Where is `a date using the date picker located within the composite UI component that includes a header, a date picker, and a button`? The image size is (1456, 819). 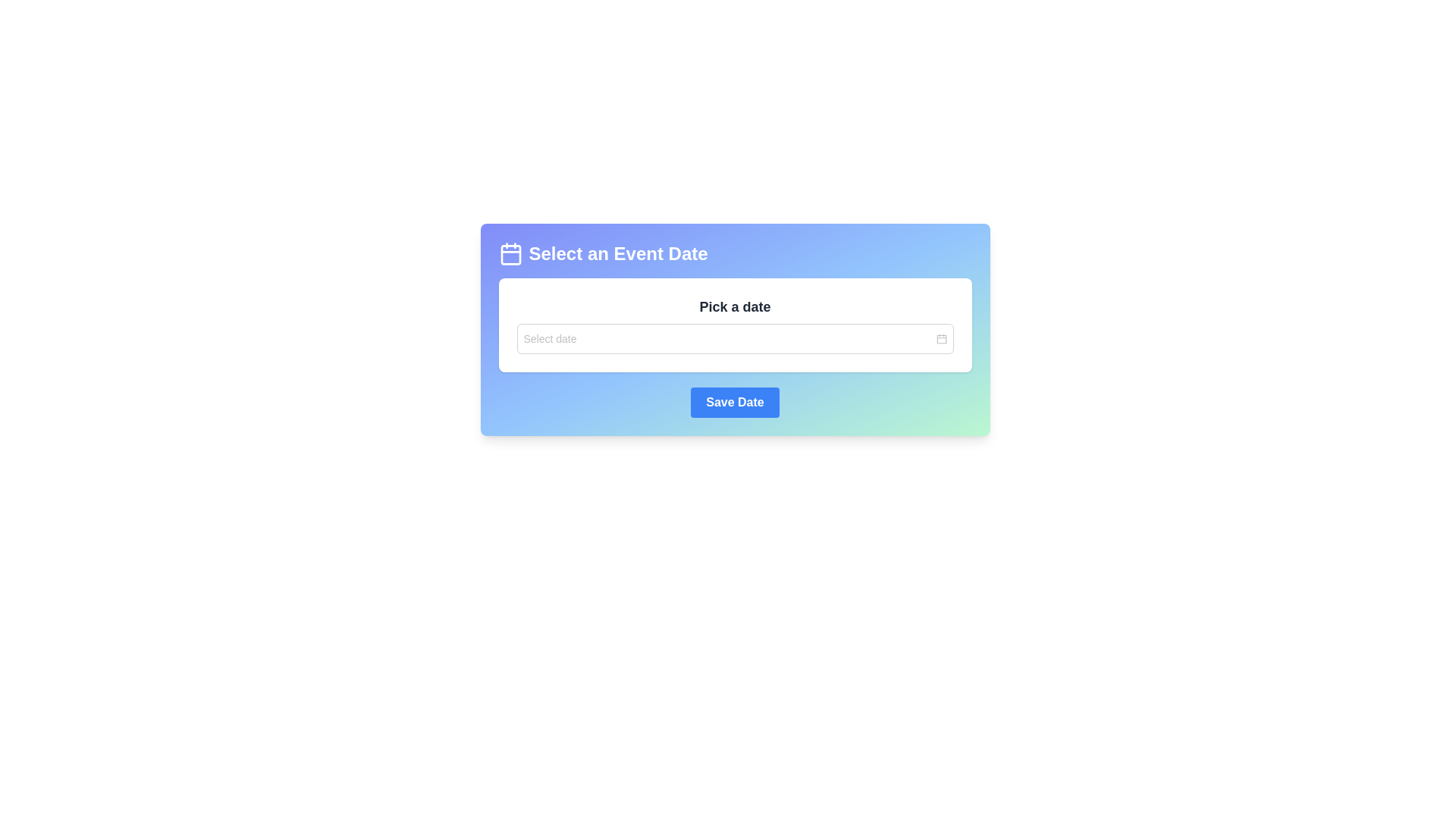
a date using the date picker located within the composite UI component that includes a header, a date picker, and a button is located at coordinates (735, 329).